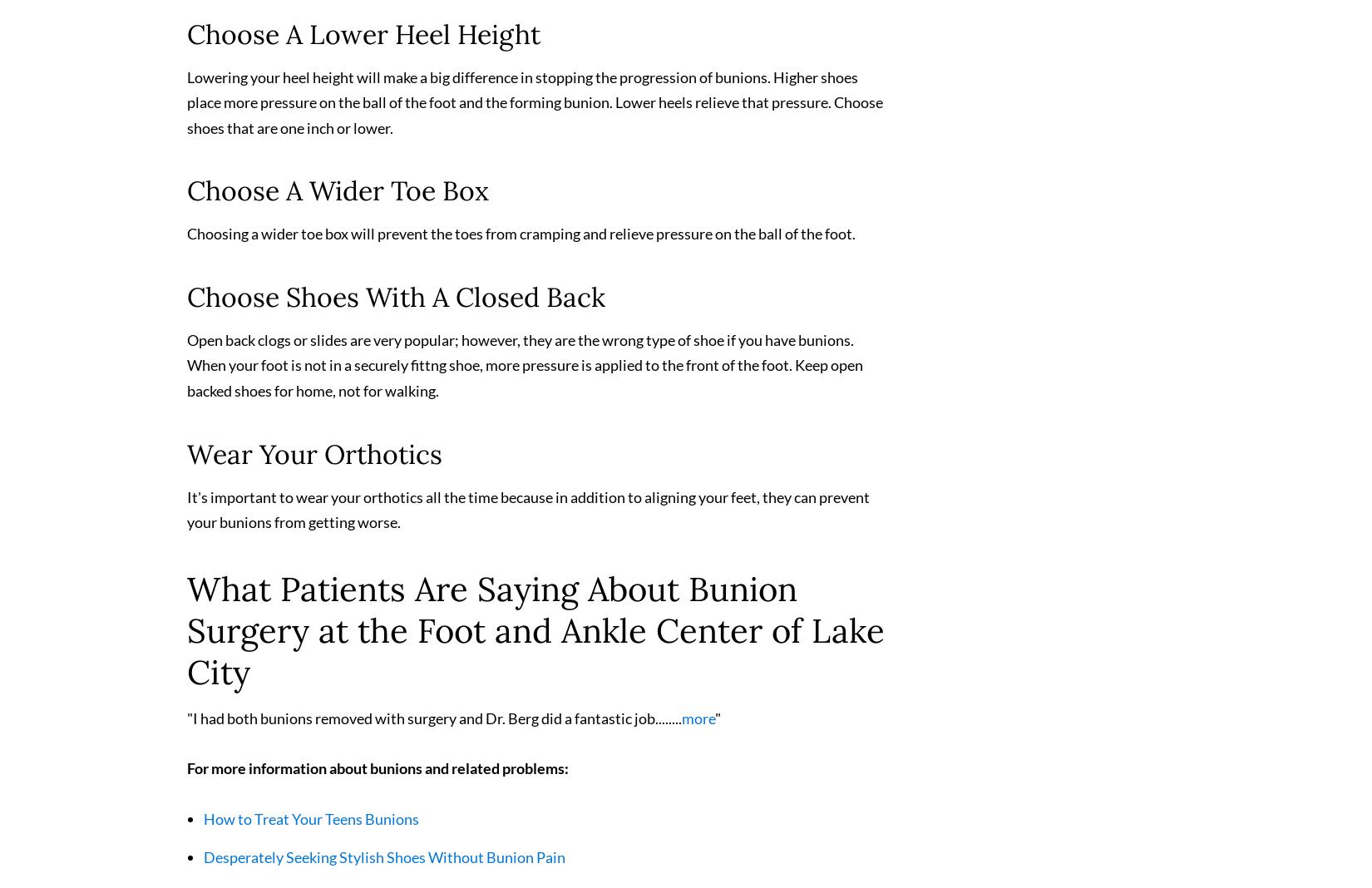 This screenshot has width=1372, height=888. I want to click on '"I had both bunions removed with surgery and Dr. Berg did a fantastic job........', so click(433, 724).